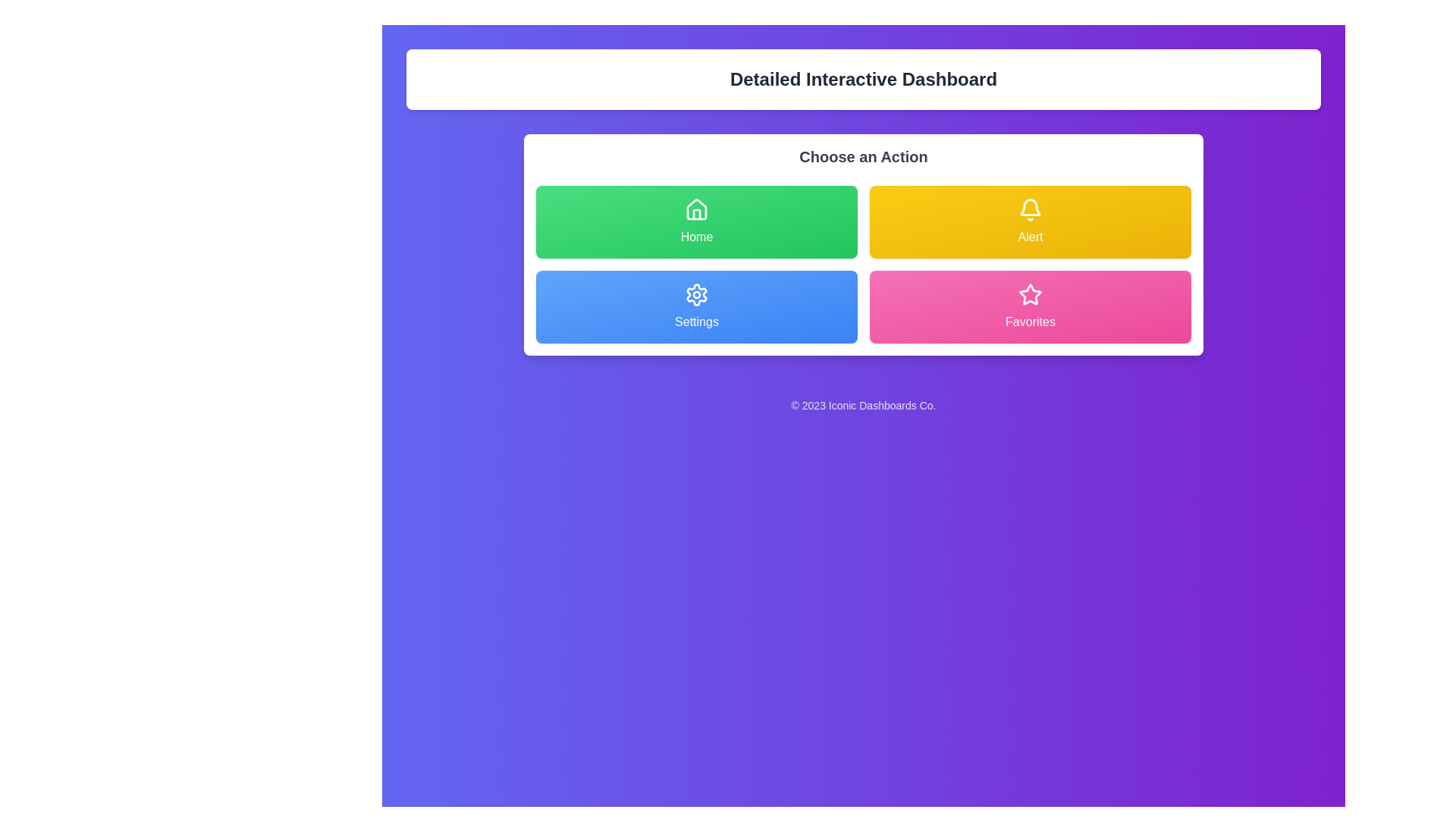 The image size is (1456, 819). Describe the element at coordinates (1030, 207) in the screenshot. I see `the alert icon, which is the main body of a bell inside the 'Alert' button located in the top row of action buttons in the dashboard interface` at that location.